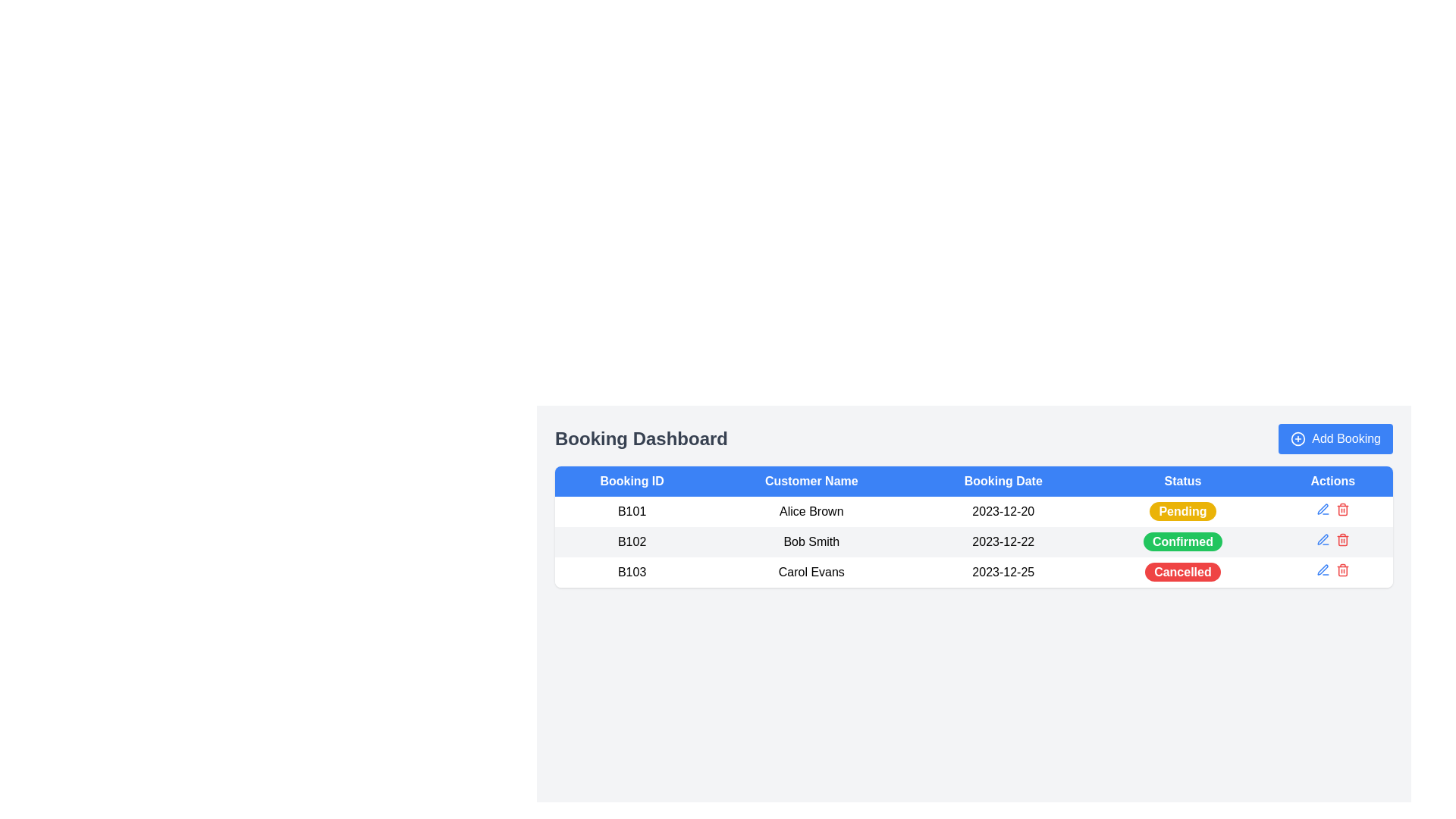  What do you see at coordinates (1322, 570) in the screenshot?
I see `the Icon Button located in the action buttons column of the third row in the table` at bounding box center [1322, 570].